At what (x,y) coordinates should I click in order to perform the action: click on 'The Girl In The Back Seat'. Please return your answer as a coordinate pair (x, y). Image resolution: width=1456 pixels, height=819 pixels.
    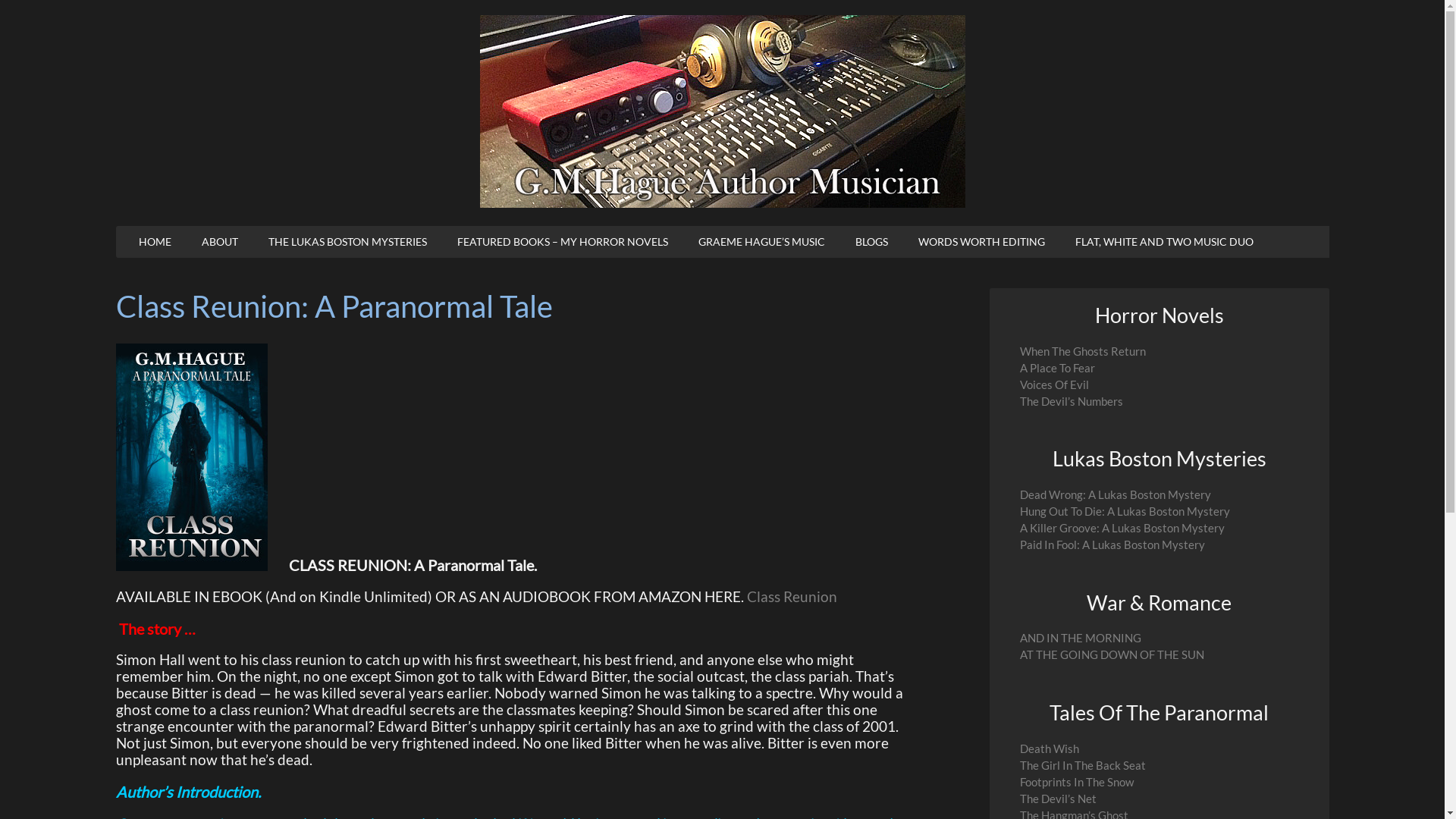
    Looking at the image, I should click on (1081, 765).